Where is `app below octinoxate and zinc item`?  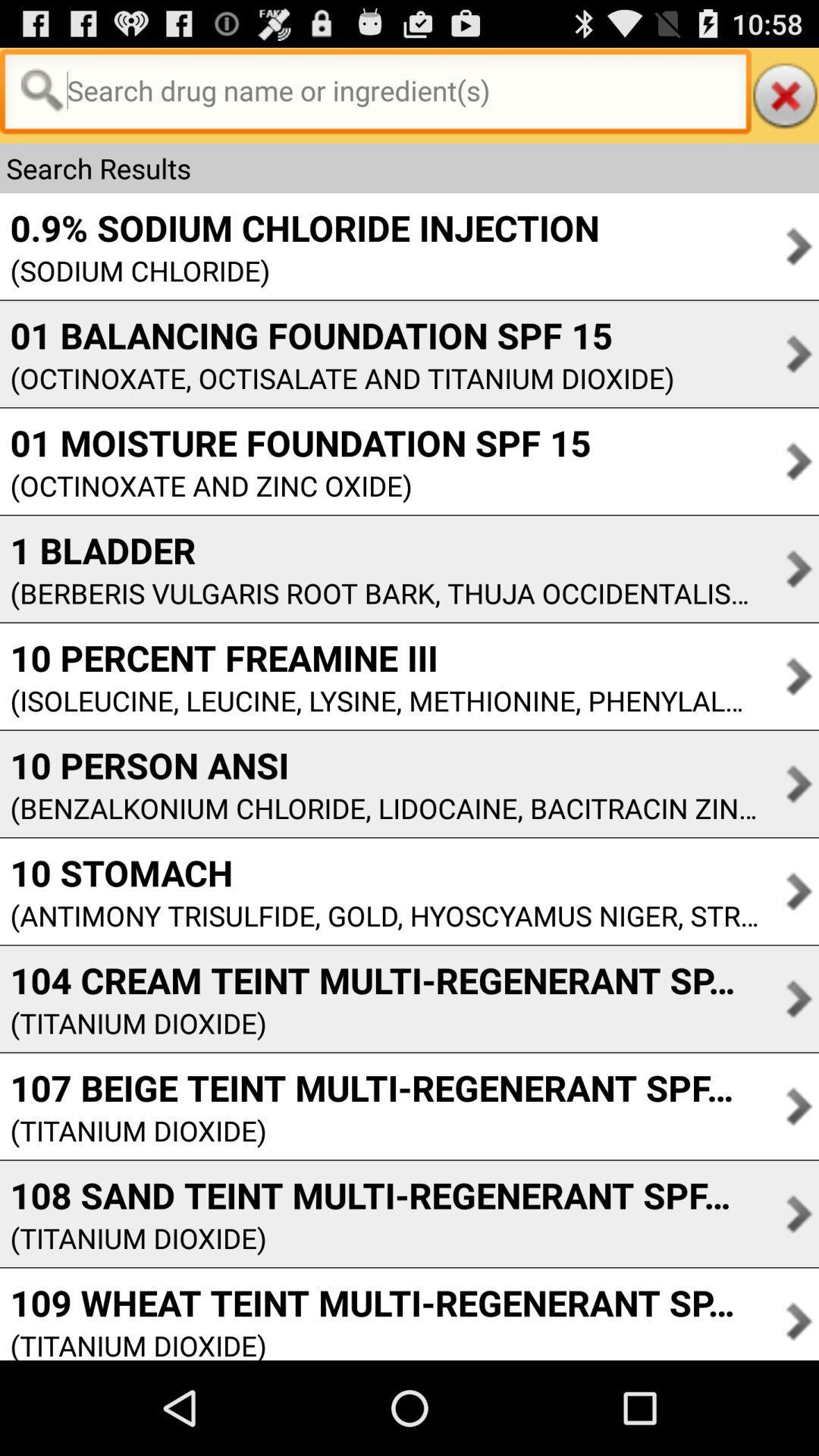 app below octinoxate and zinc item is located at coordinates (378, 549).